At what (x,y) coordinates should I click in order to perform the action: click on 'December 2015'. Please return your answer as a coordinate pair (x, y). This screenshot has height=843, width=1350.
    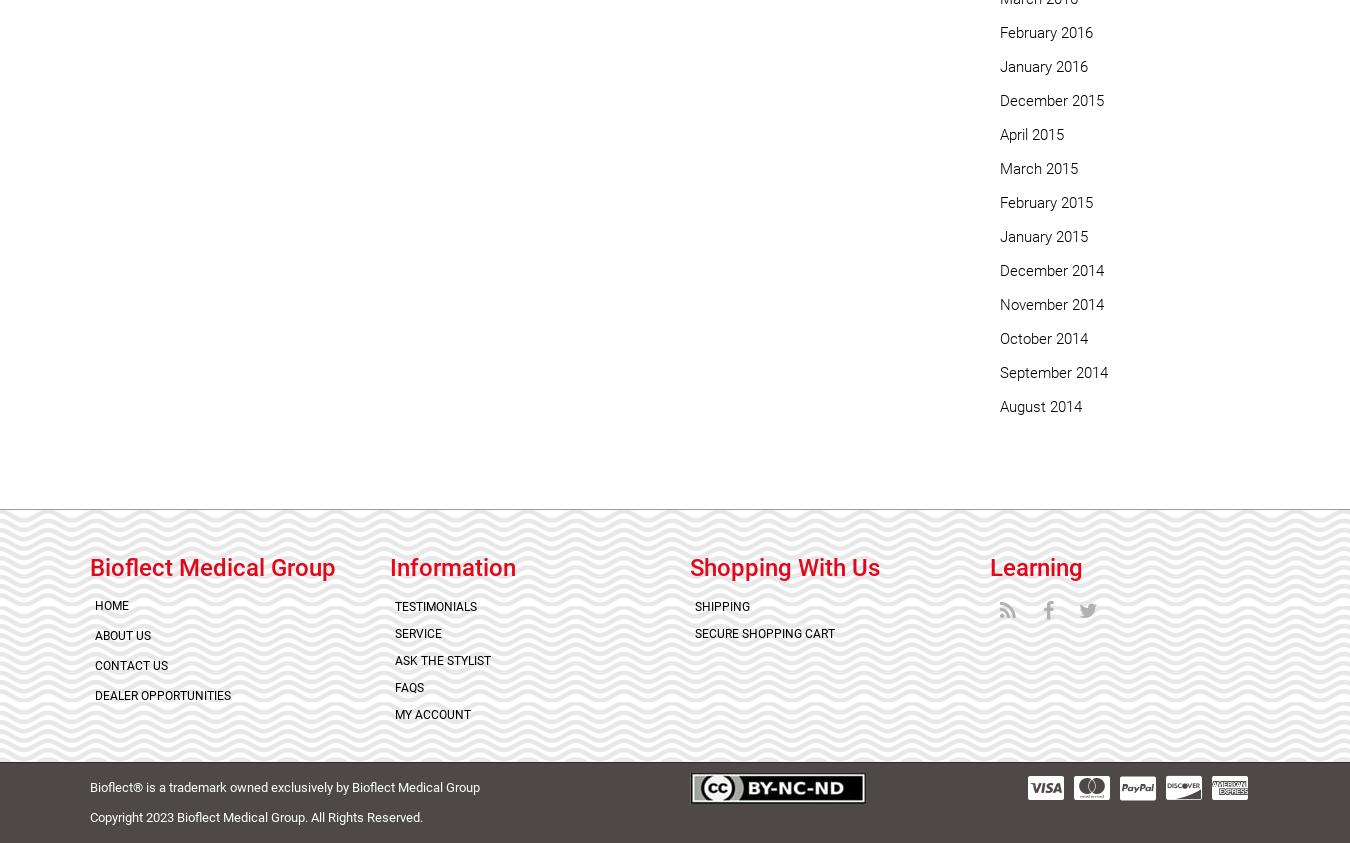
    Looking at the image, I should click on (1052, 98).